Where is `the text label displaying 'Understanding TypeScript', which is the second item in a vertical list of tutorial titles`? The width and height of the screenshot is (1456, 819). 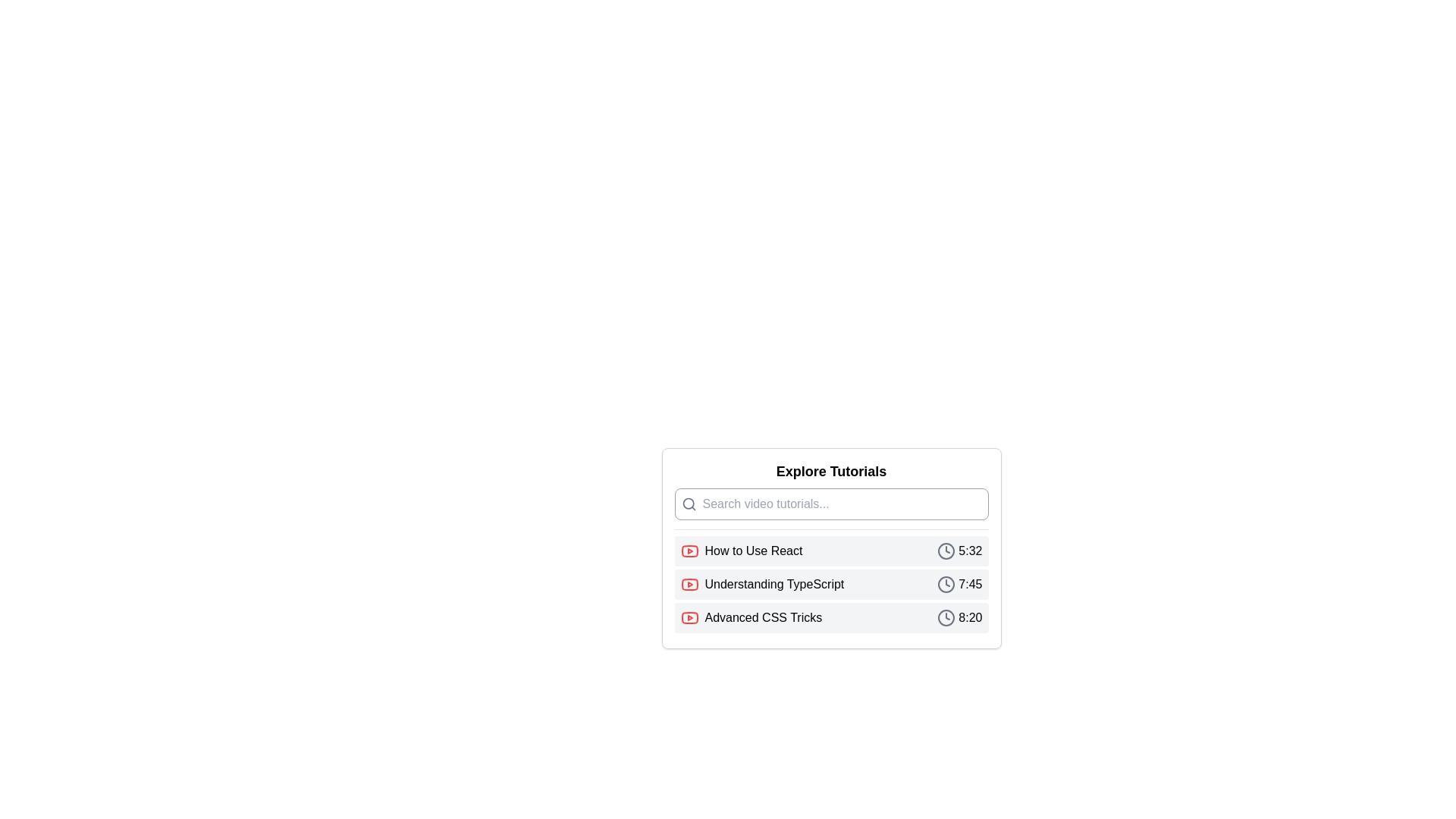
the text label displaying 'Understanding TypeScript', which is the second item in a vertical list of tutorial titles is located at coordinates (774, 584).